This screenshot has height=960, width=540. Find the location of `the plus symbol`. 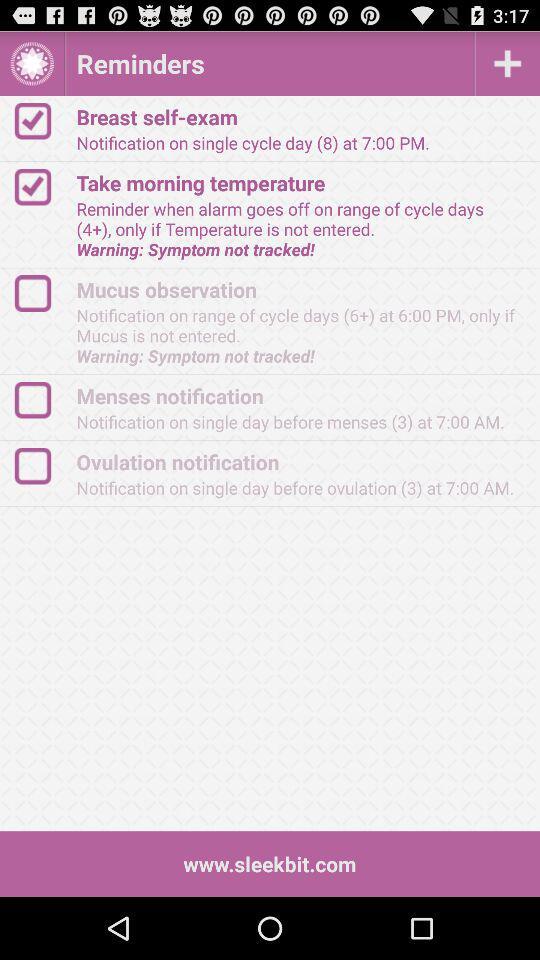

the plus symbol is located at coordinates (507, 64).